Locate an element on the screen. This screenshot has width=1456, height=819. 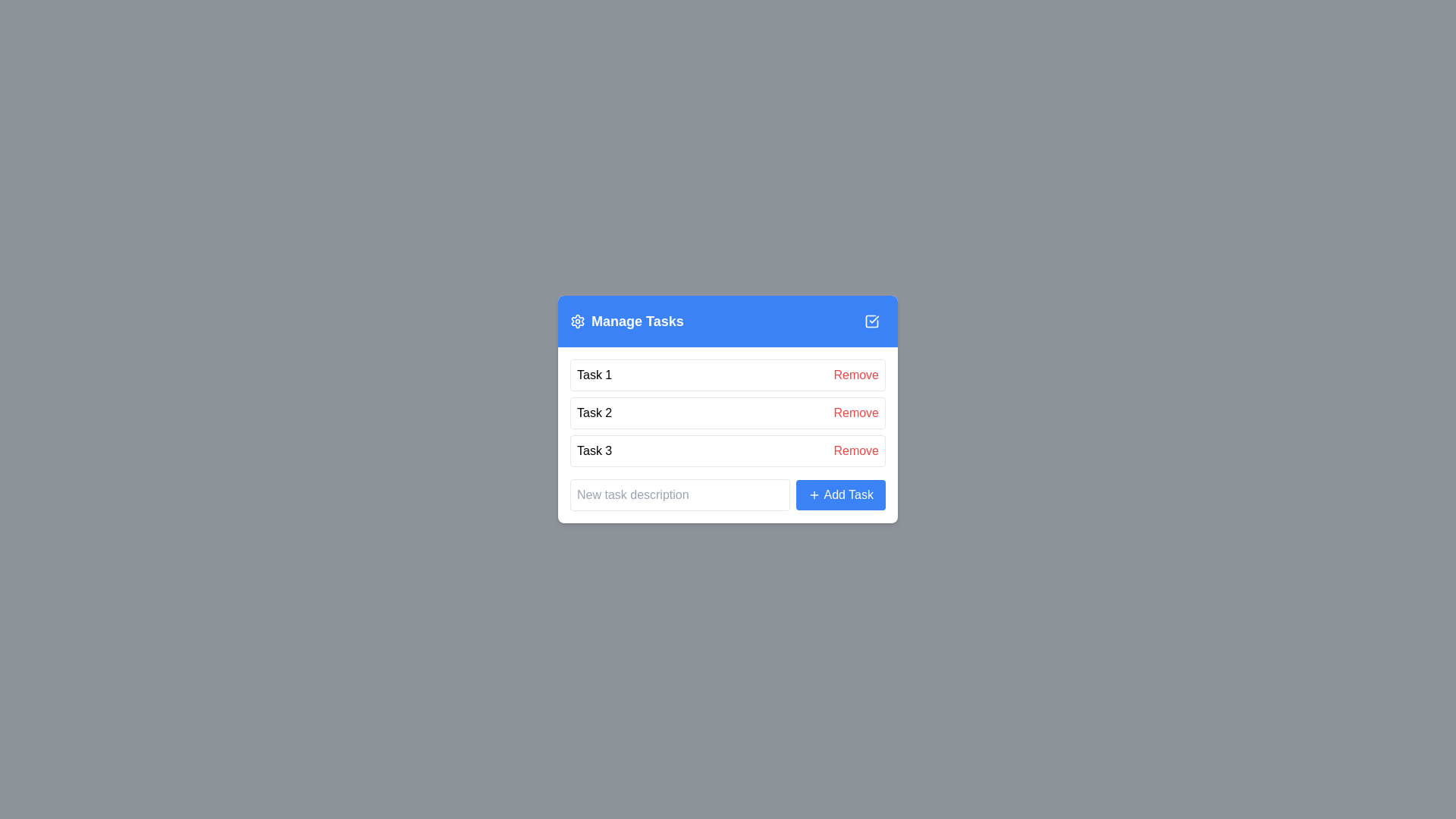
close button in the top-right corner of the dialog to close it is located at coordinates (872, 321).